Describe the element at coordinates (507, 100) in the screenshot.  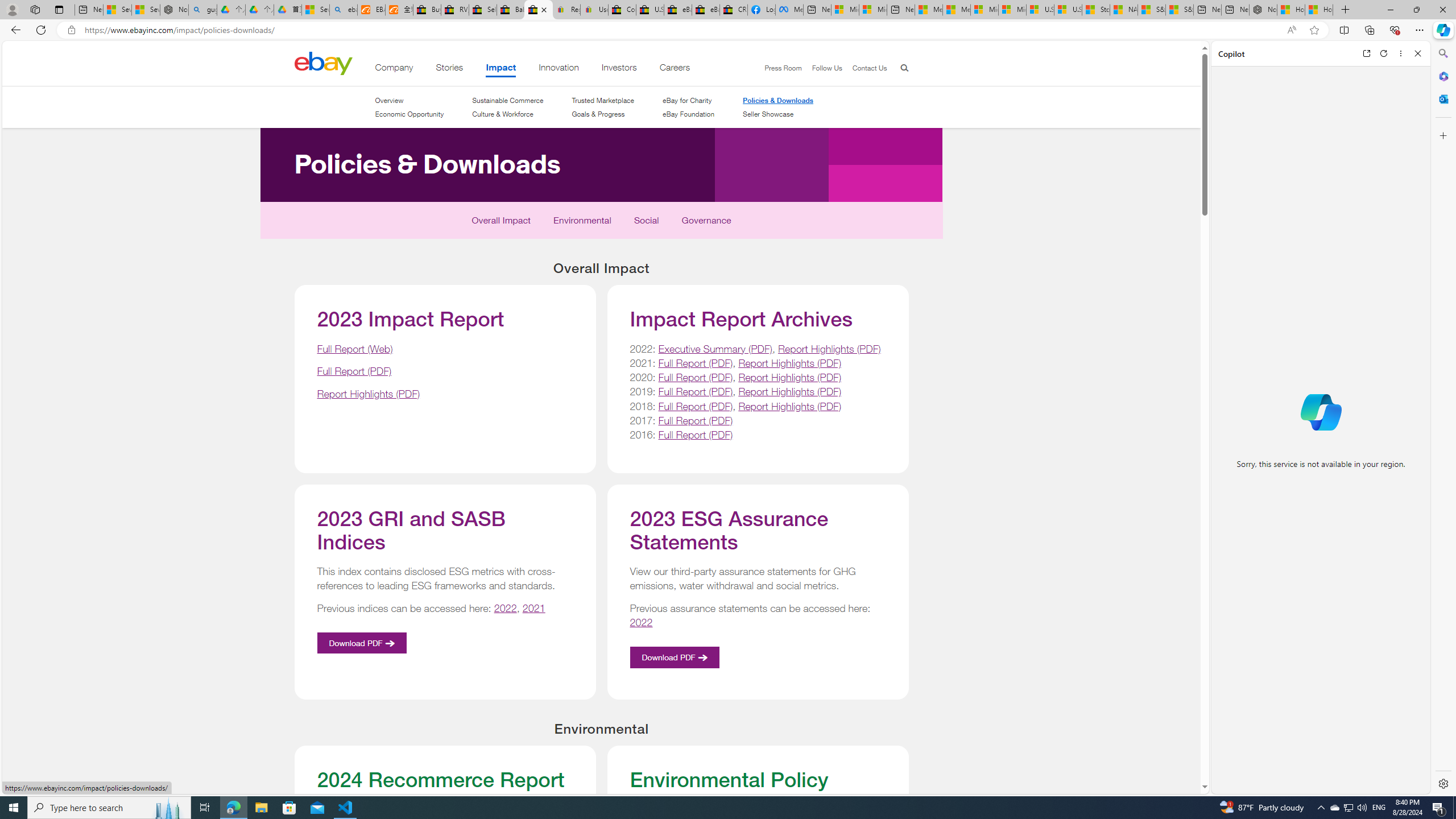
I see `'Sustainable Commerce'` at that location.